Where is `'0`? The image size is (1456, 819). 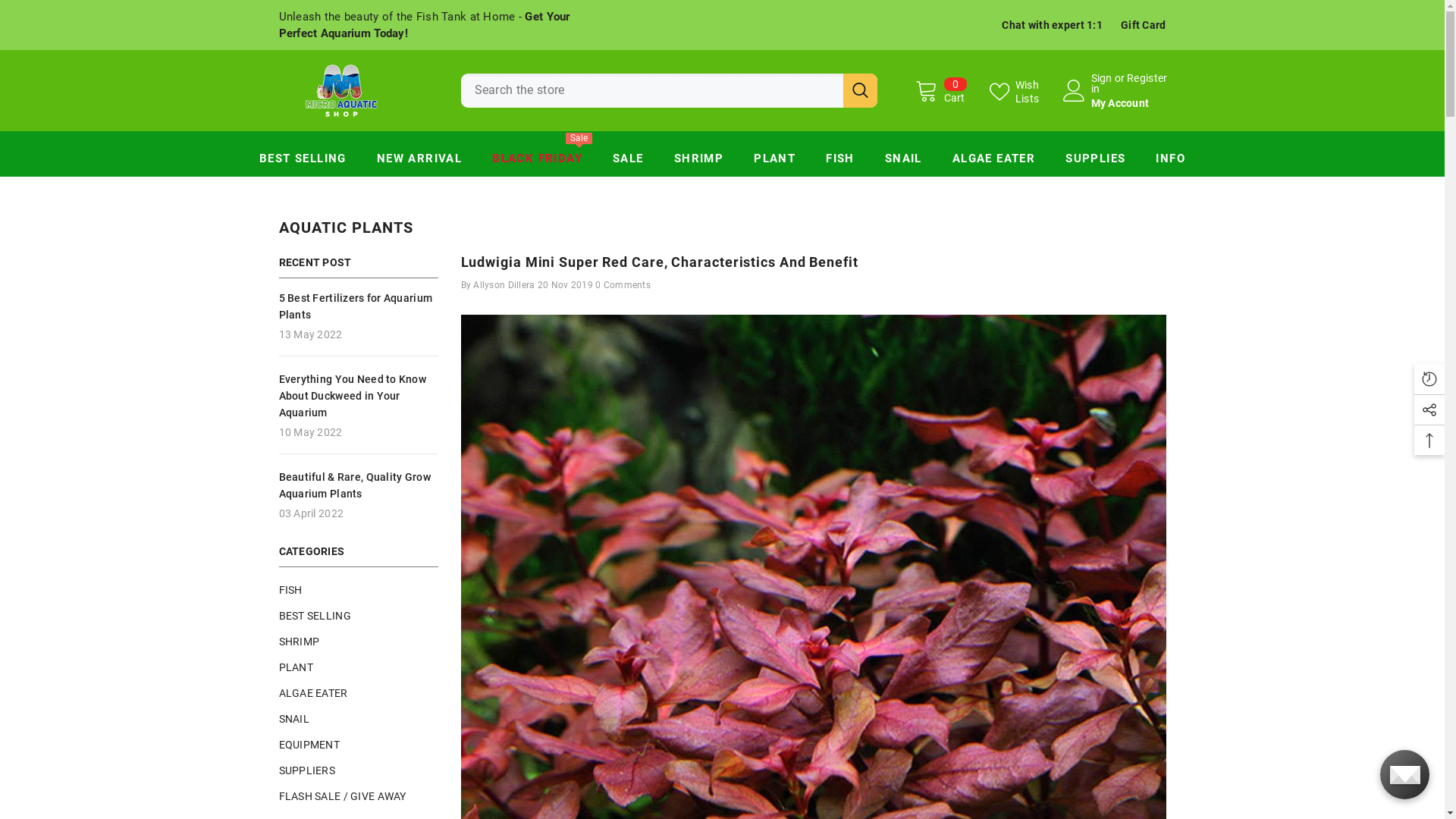 '0 is located at coordinates (939, 90).